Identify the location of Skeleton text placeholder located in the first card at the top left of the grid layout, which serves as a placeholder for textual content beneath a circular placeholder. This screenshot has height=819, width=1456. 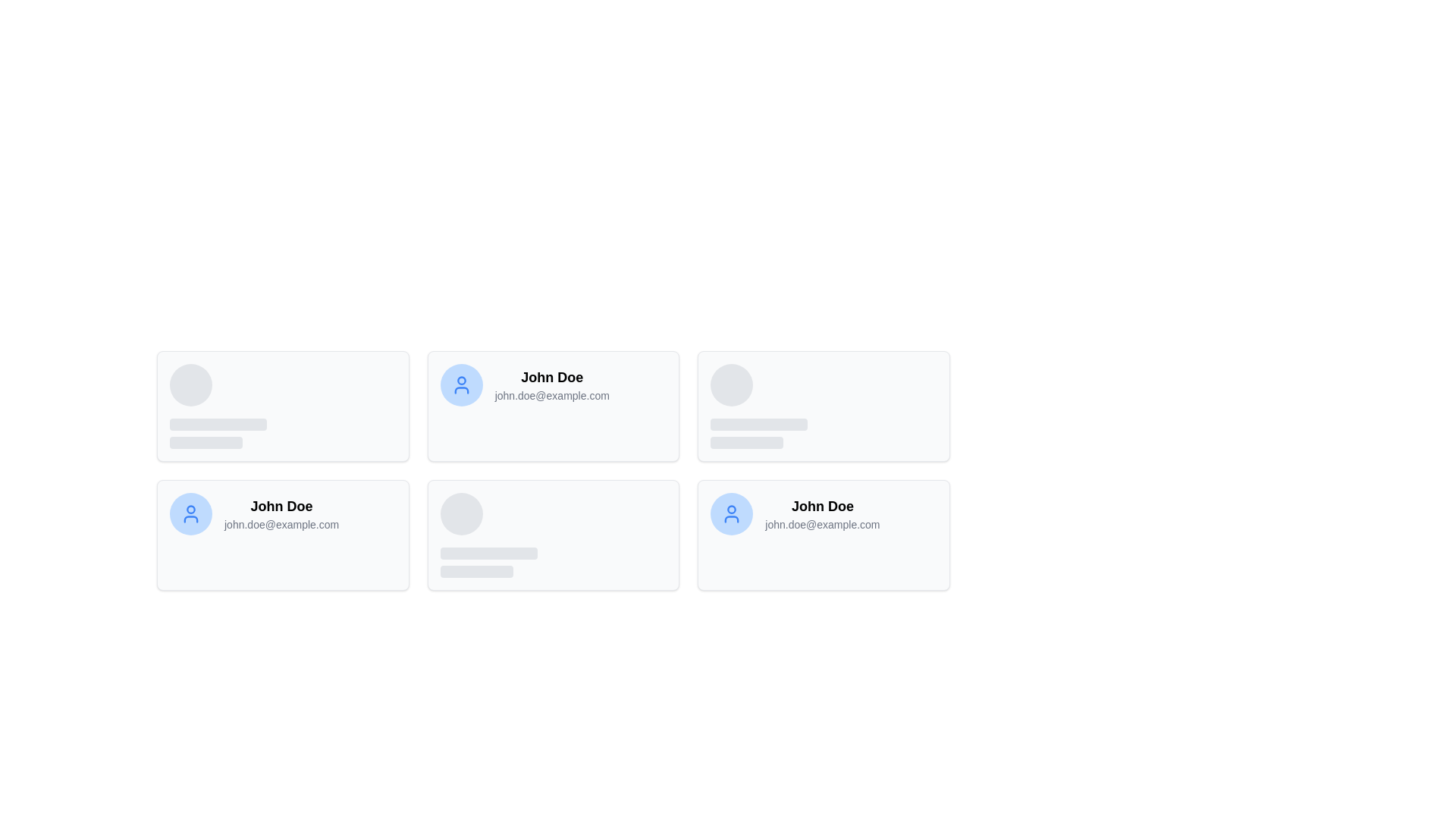
(218, 433).